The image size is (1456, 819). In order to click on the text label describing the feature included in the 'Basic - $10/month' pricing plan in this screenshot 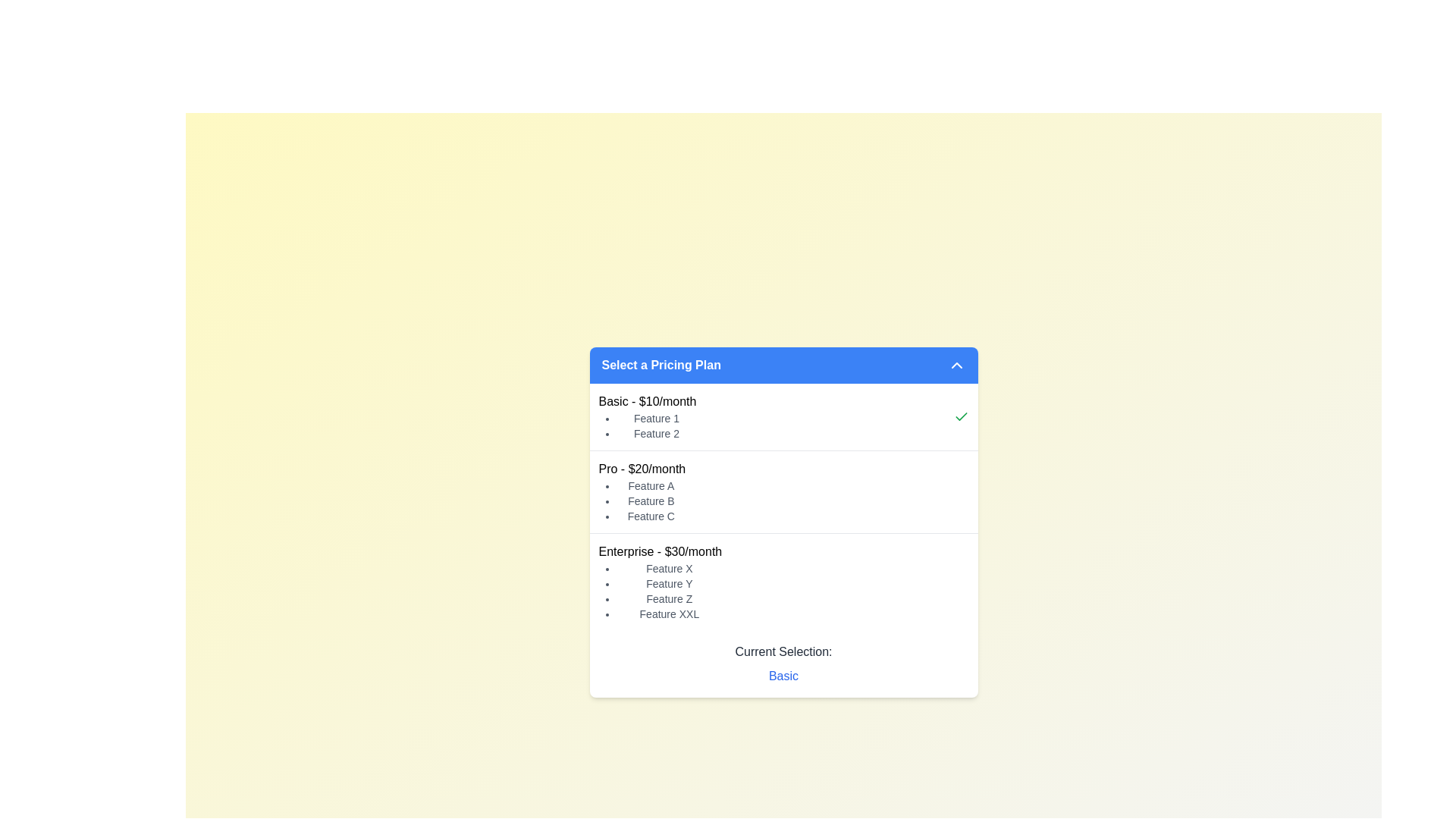, I will do `click(656, 418)`.